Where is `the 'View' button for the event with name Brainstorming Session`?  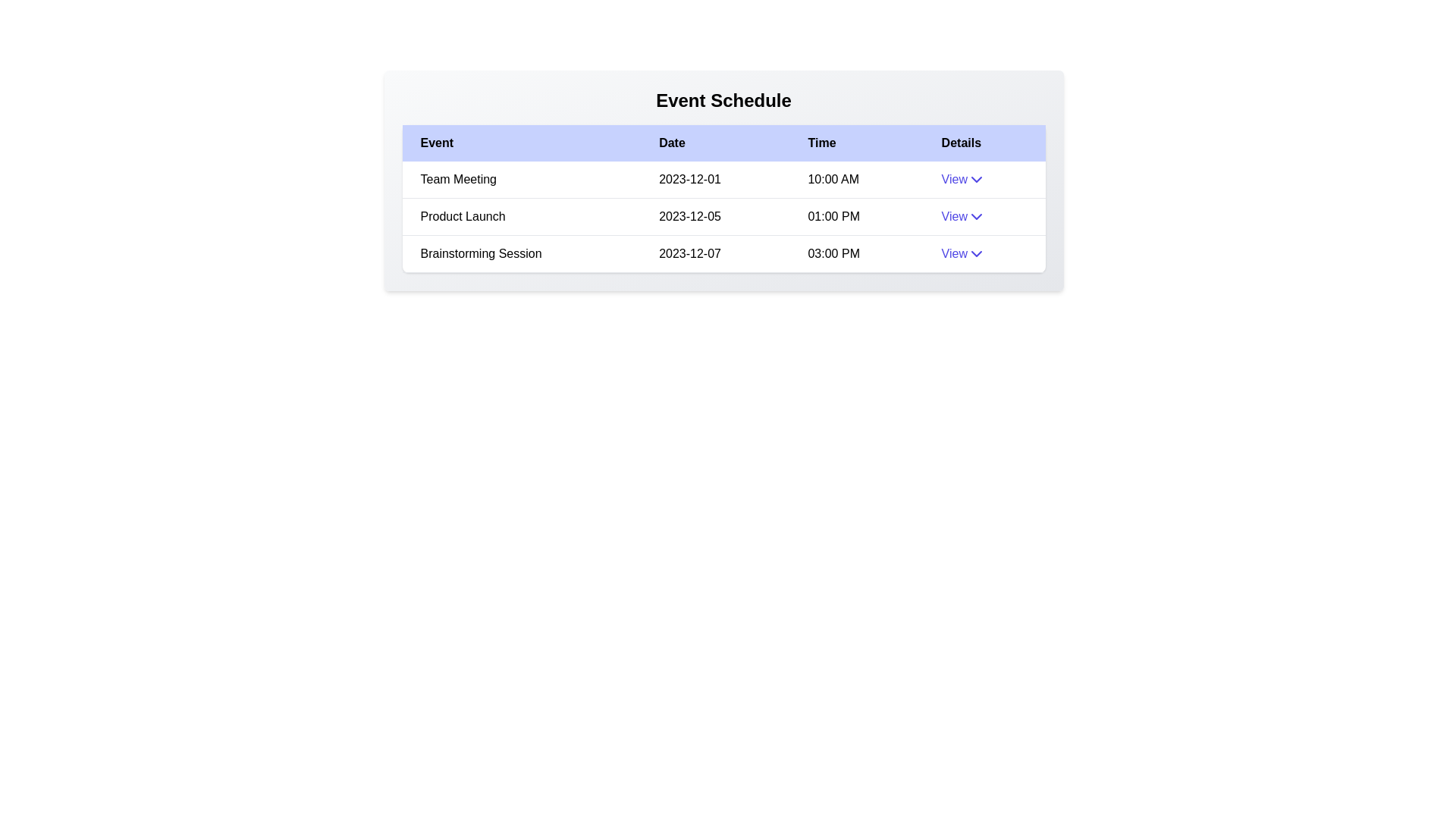 the 'View' button for the event with name Brainstorming Session is located at coordinates (962, 253).